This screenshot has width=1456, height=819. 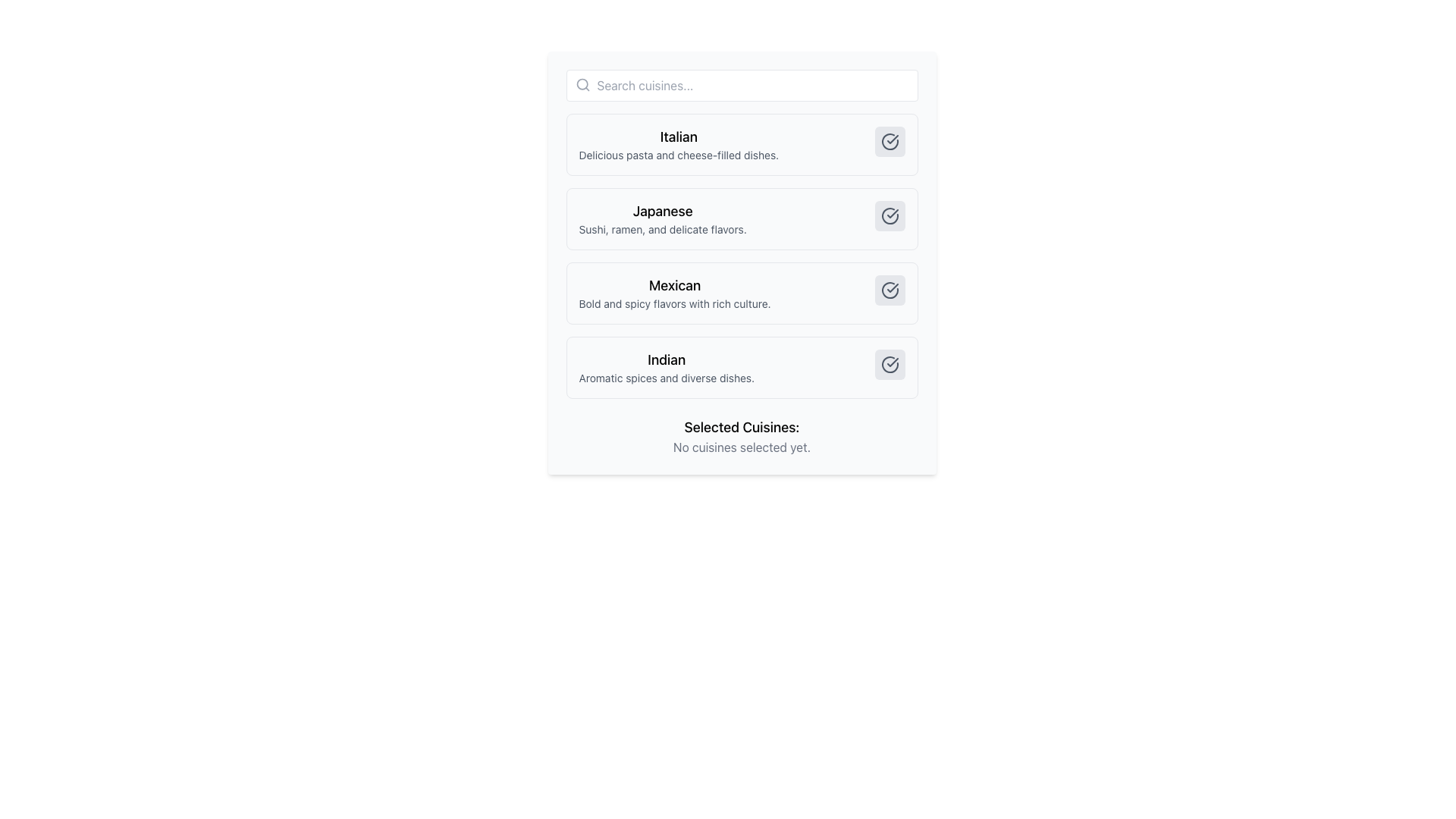 What do you see at coordinates (678, 155) in the screenshot?
I see `supplementary information label for the cuisine category 'Italian' located beneath the title 'Italian' in the selection box` at bounding box center [678, 155].